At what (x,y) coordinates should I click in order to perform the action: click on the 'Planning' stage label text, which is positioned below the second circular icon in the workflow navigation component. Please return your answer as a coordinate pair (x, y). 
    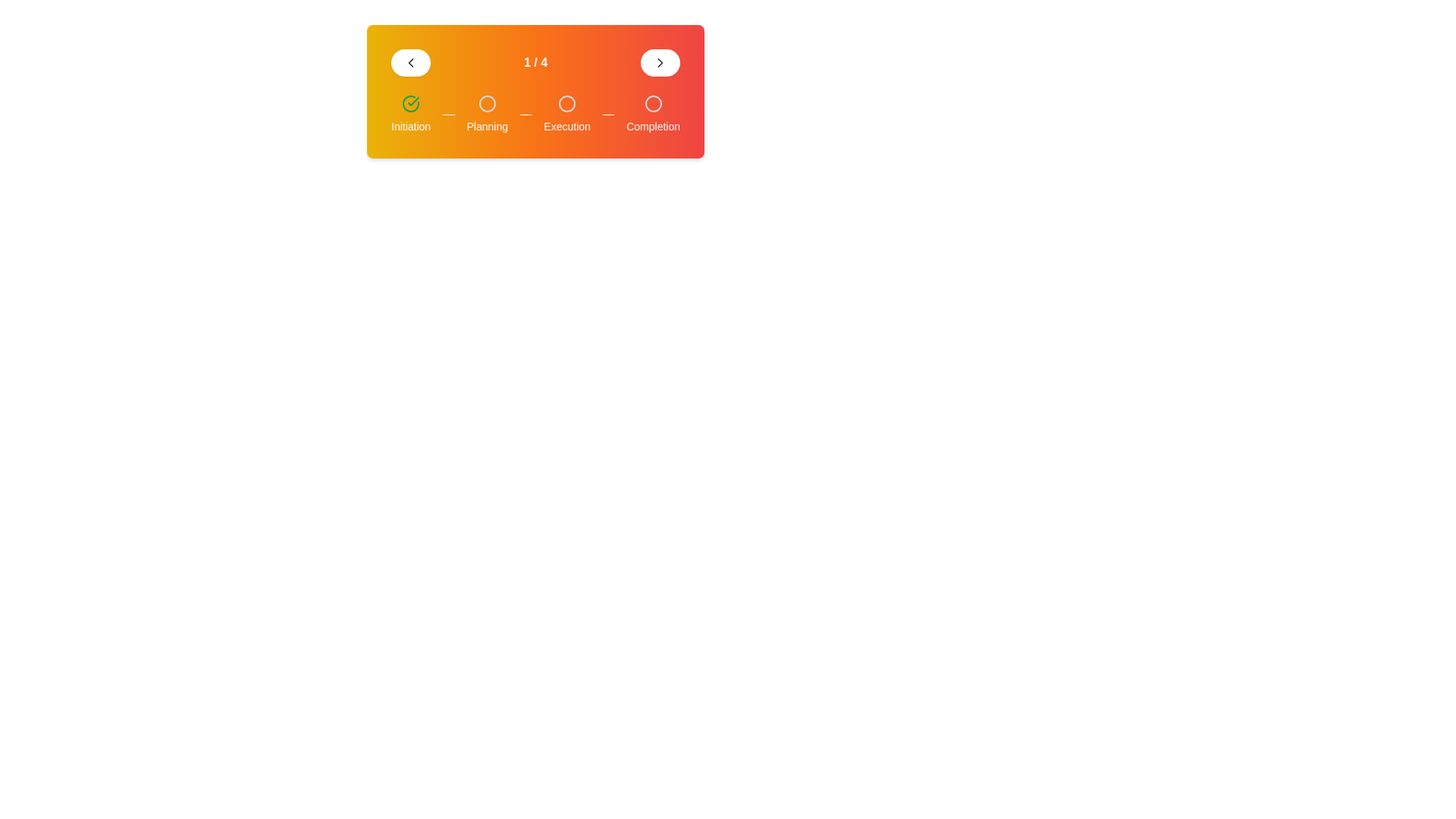
    Looking at the image, I should click on (487, 125).